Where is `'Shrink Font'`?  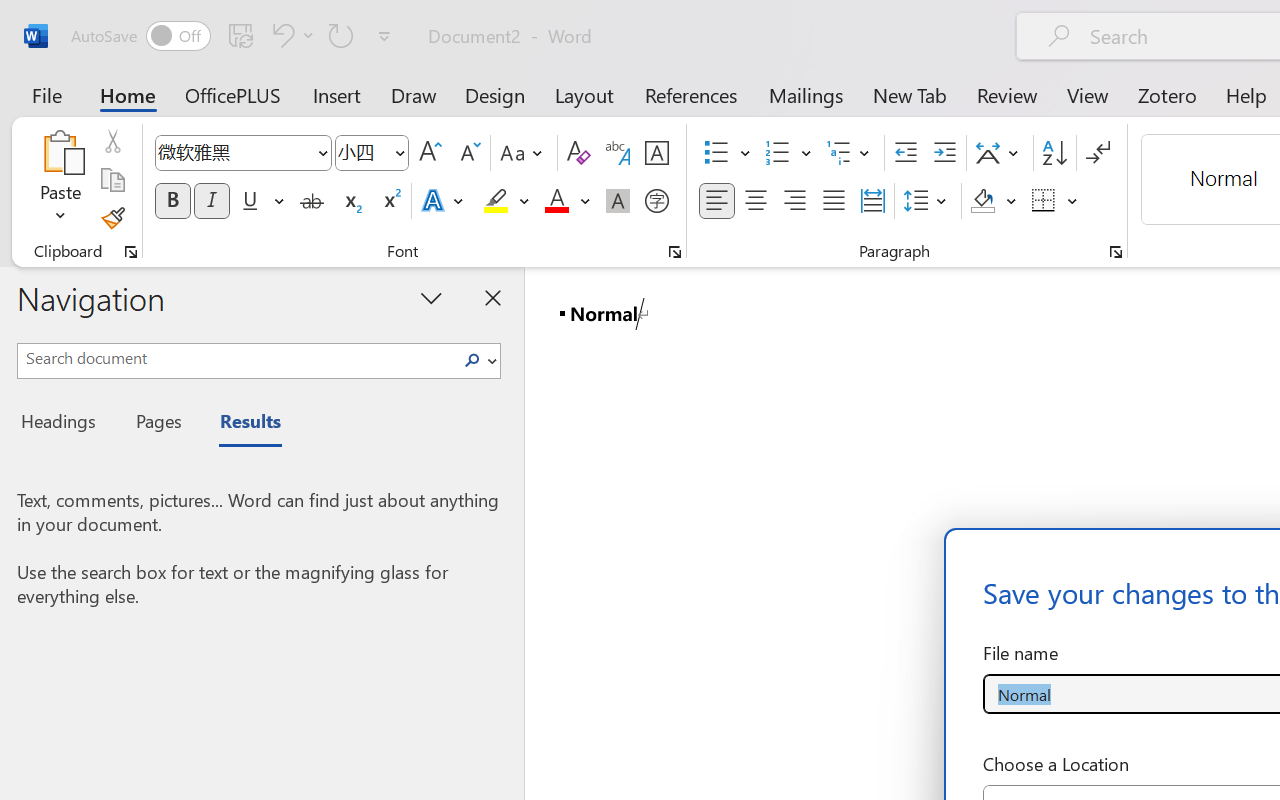
'Shrink Font' is located at coordinates (467, 153).